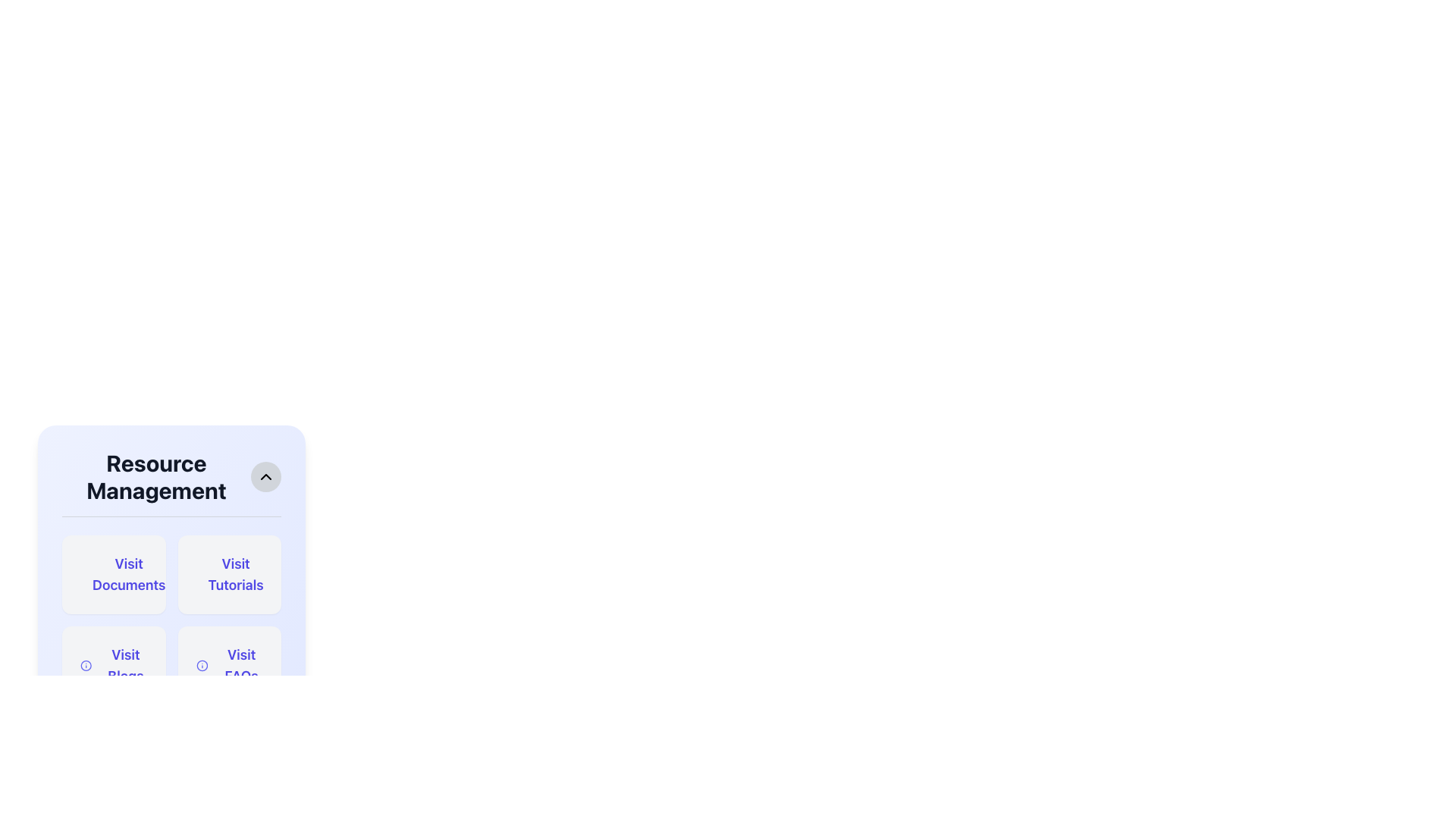  Describe the element at coordinates (156, 475) in the screenshot. I see `bold header text 'Resource Management' styled in black on a light background for context` at that location.